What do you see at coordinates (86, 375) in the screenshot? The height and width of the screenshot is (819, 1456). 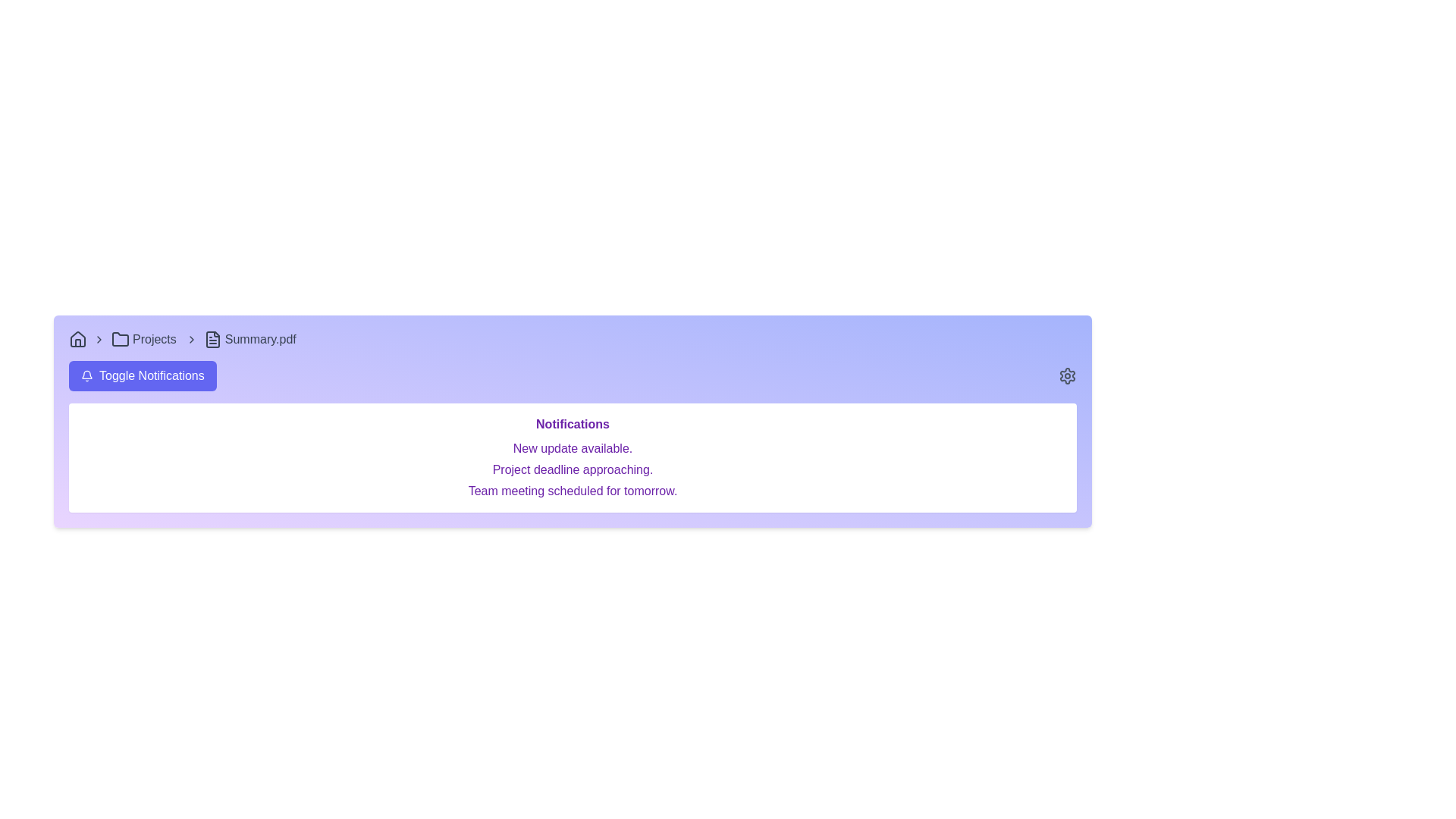 I see `the bell-shaped notification icon, which serves as a visual indicator for alerts or new messages, located within a 24x24 SVG canvas` at bounding box center [86, 375].